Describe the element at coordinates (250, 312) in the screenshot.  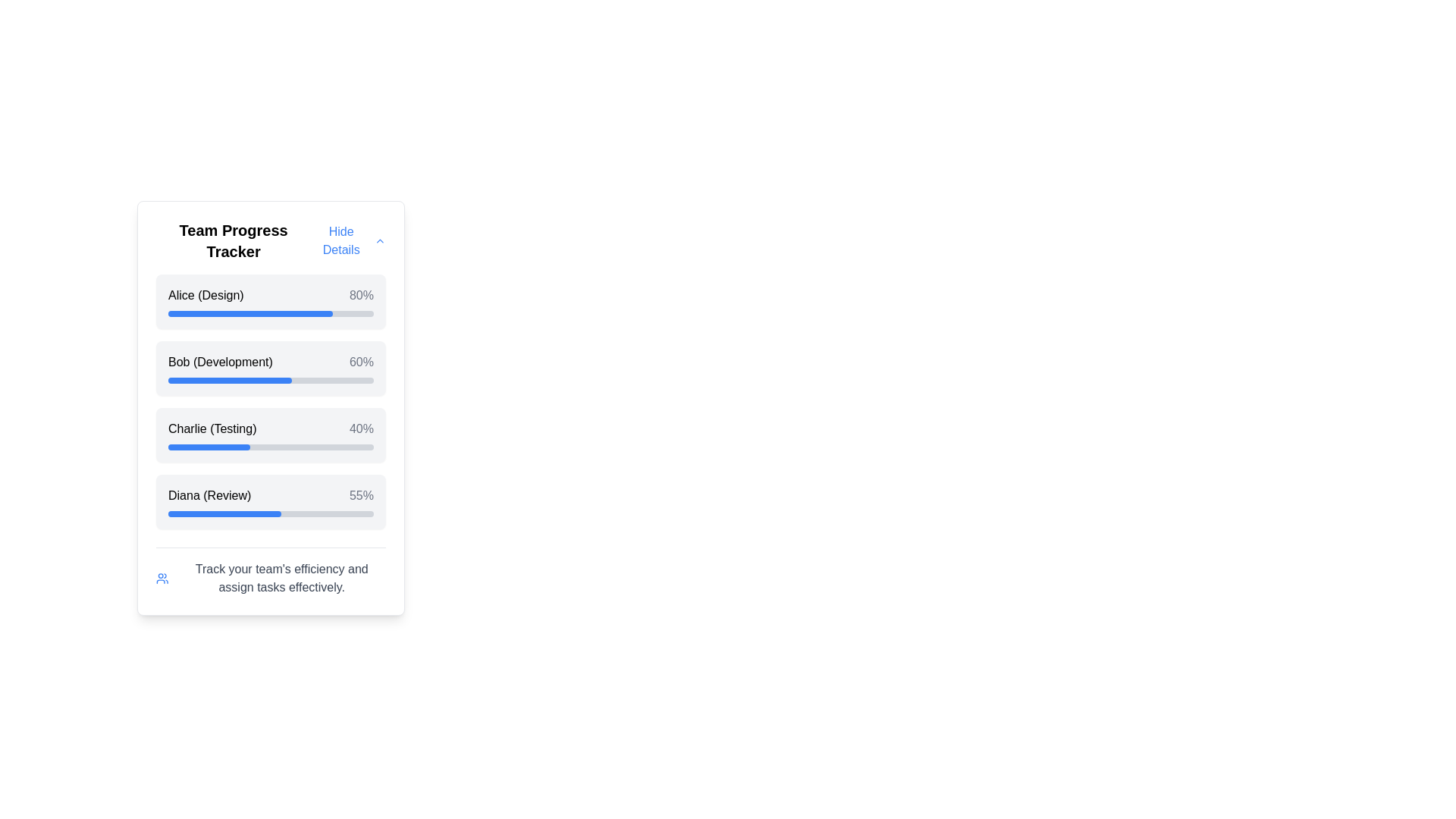
I see `the filled portion of the progress indicator representing 80% completion for 'Alice (Design)', which is the first item in the vertical list of progress indicators` at that location.